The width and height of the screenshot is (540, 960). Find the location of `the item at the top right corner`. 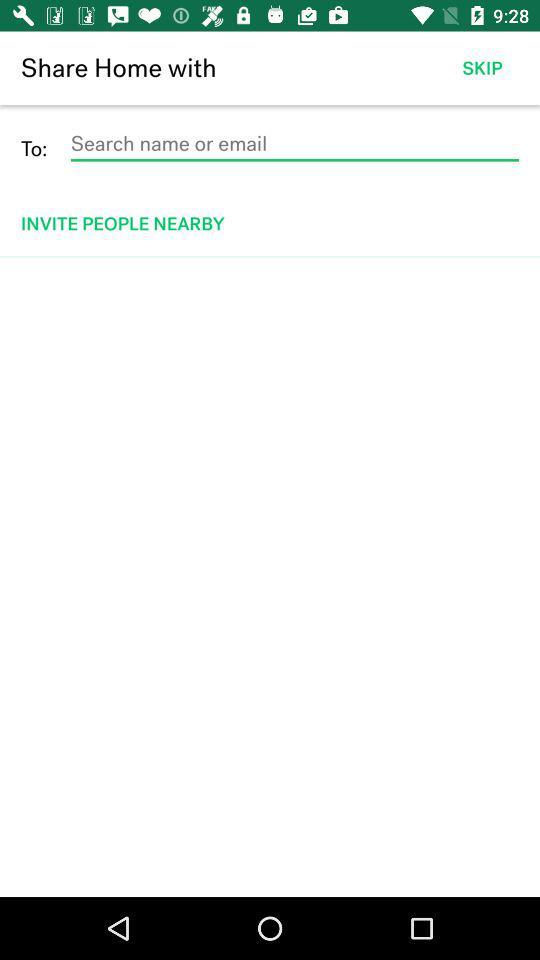

the item at the top right corner is located at coordinates (481, 68).